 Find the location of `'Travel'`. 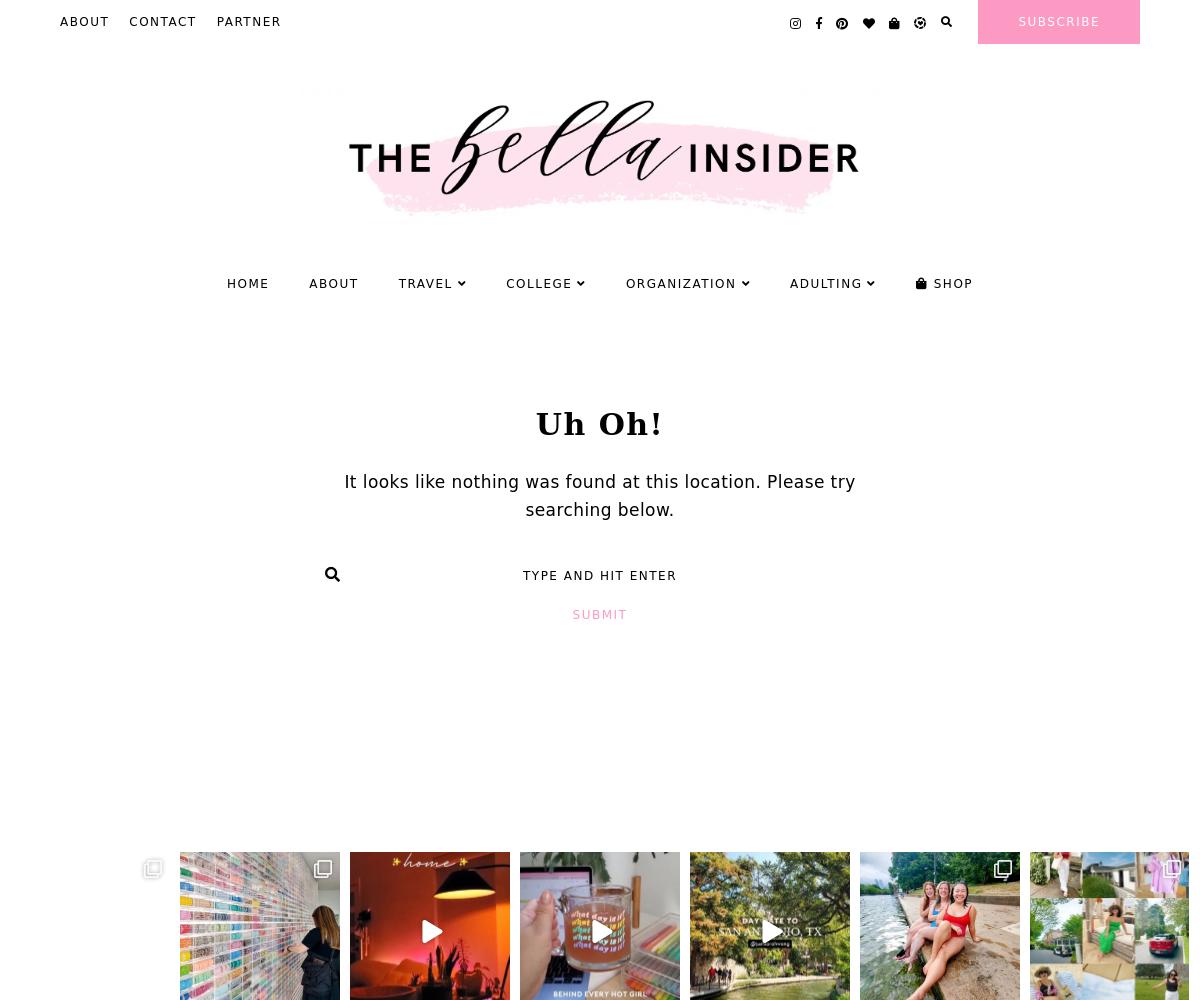

'Travel' is located at coordinates (398, 283).